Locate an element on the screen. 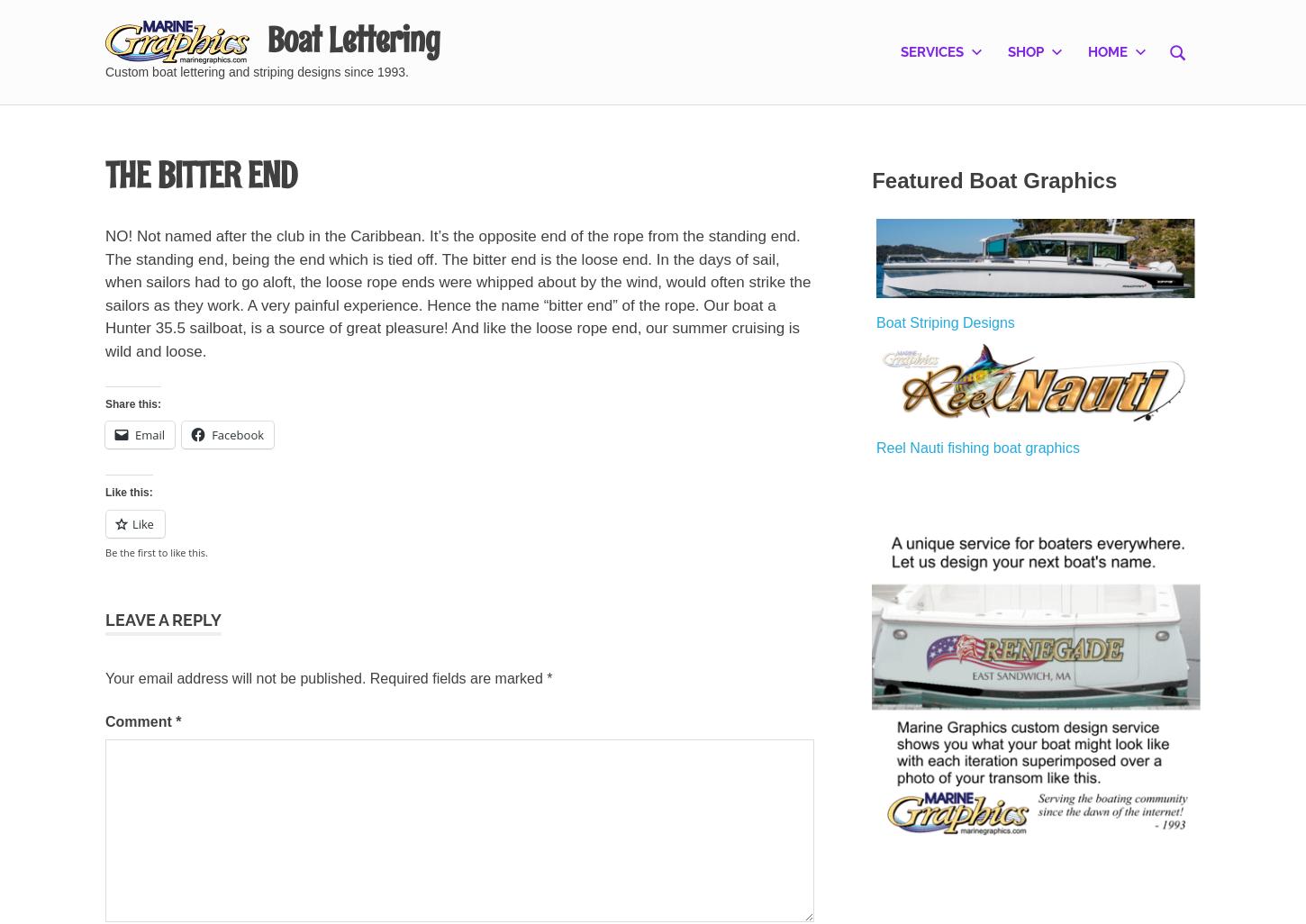  'Boat Lettering' is located at coordinates (267, 40).